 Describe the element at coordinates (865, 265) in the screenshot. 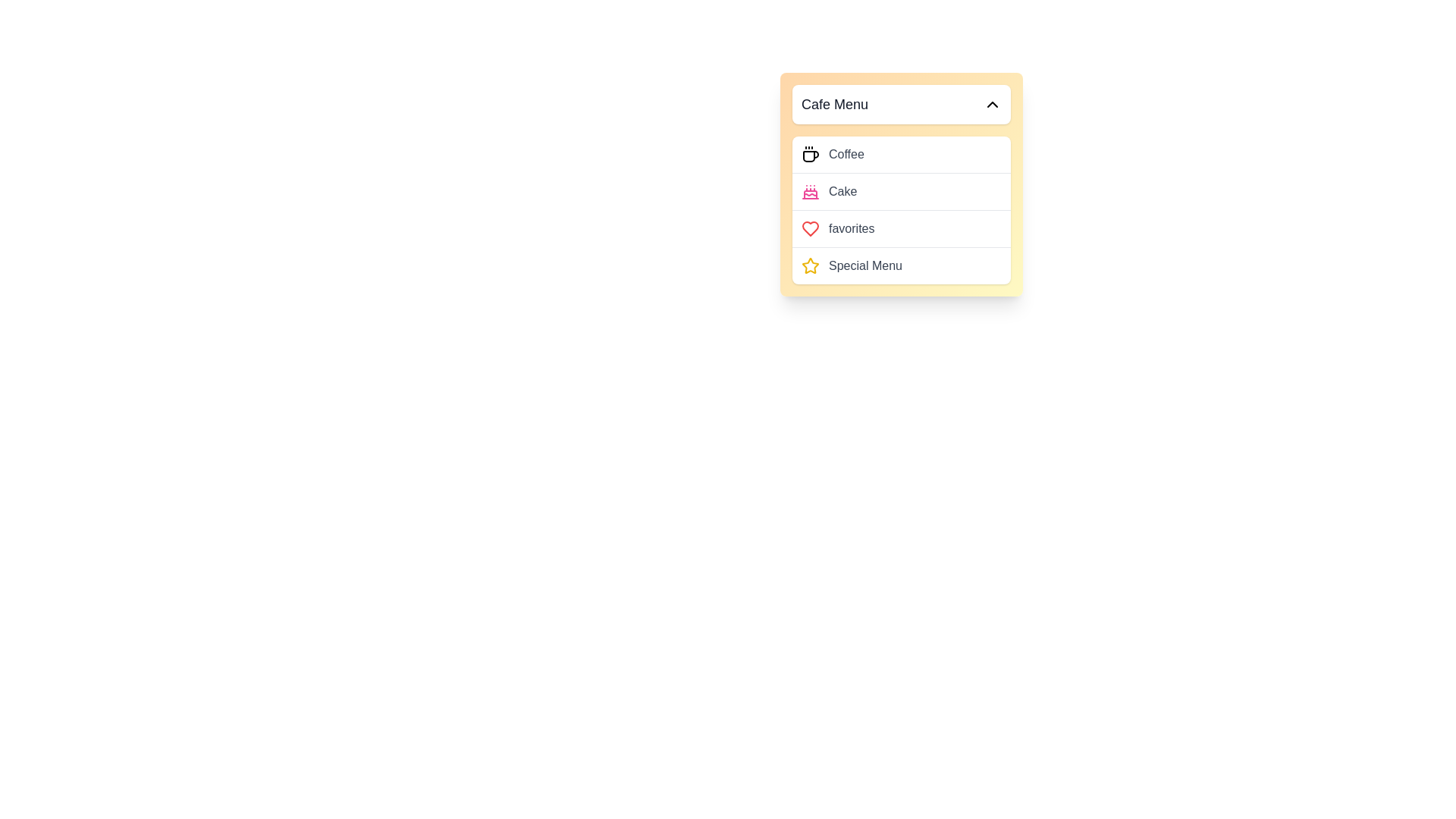

I see `the content of the 'Special Menu' label, which is styled in medium-weight gray font and is the last item in the dropdown menu titled 'Cafe Menu'` at that location.